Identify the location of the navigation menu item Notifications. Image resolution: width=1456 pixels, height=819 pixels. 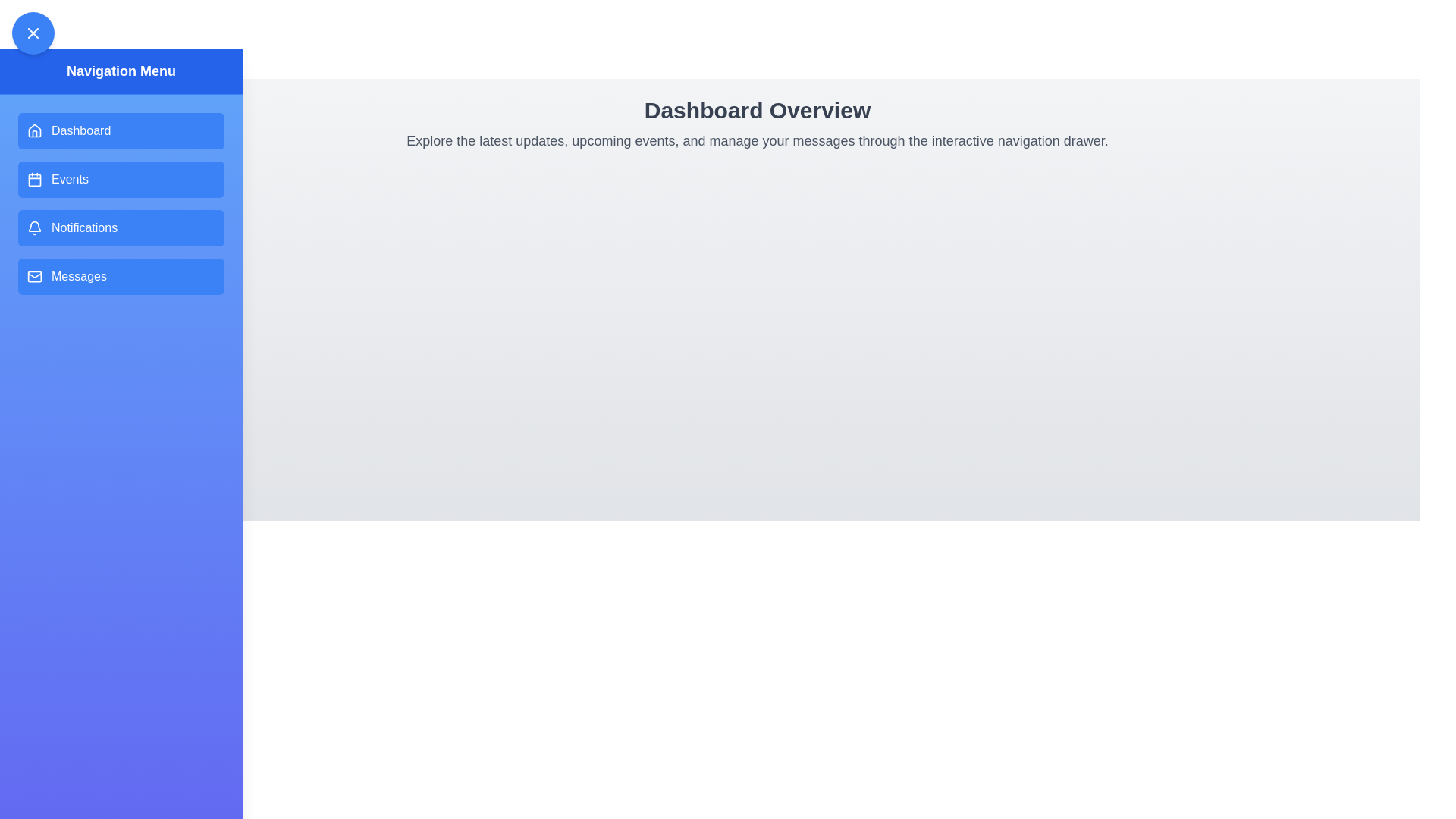
(120, 227).